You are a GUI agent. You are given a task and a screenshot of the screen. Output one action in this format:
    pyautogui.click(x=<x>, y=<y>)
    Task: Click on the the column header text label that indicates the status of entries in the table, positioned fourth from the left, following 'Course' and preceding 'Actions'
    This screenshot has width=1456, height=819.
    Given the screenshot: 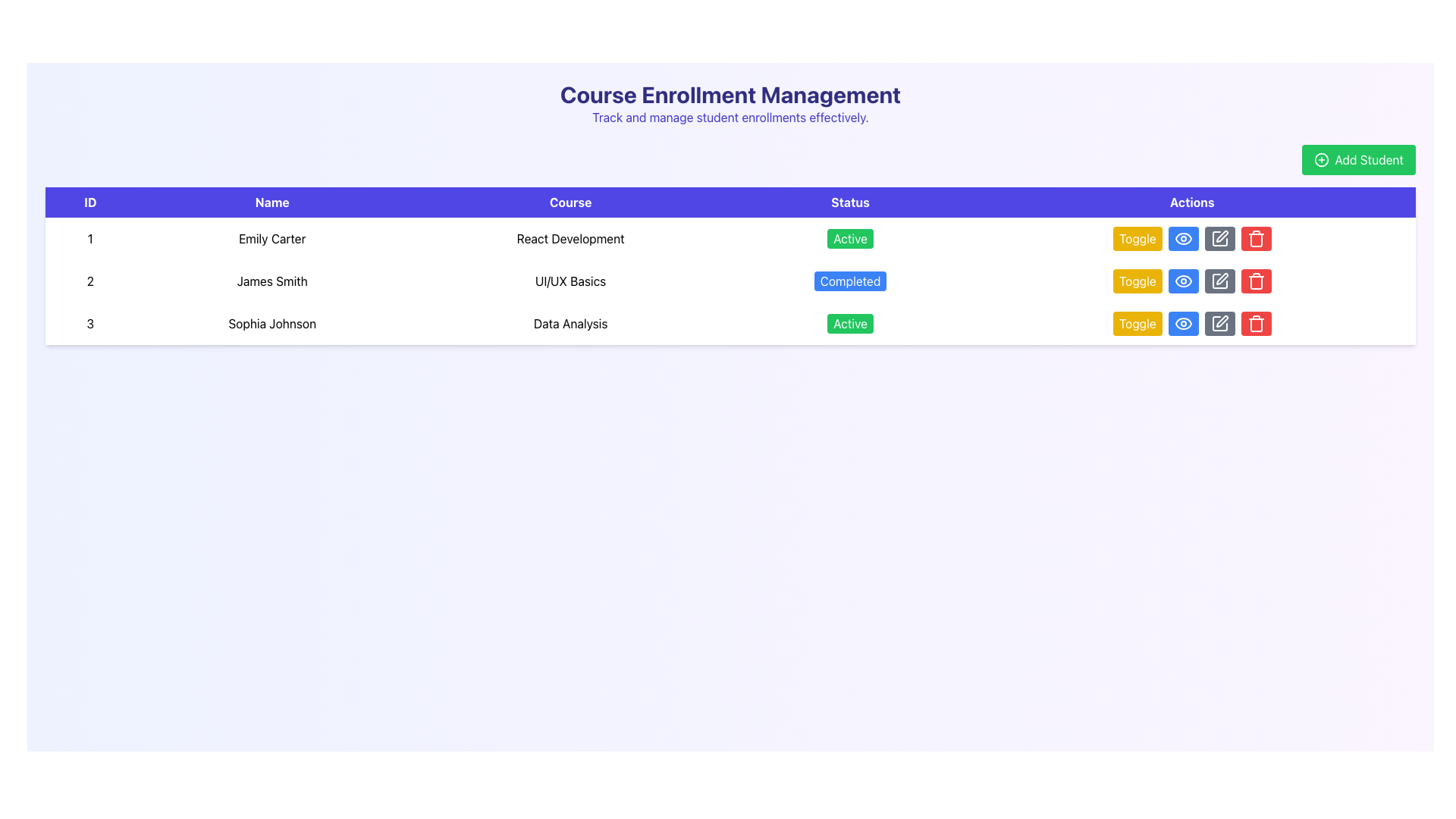 What is the action you would take?
    pyautogui.click(x=850, y=201)
    